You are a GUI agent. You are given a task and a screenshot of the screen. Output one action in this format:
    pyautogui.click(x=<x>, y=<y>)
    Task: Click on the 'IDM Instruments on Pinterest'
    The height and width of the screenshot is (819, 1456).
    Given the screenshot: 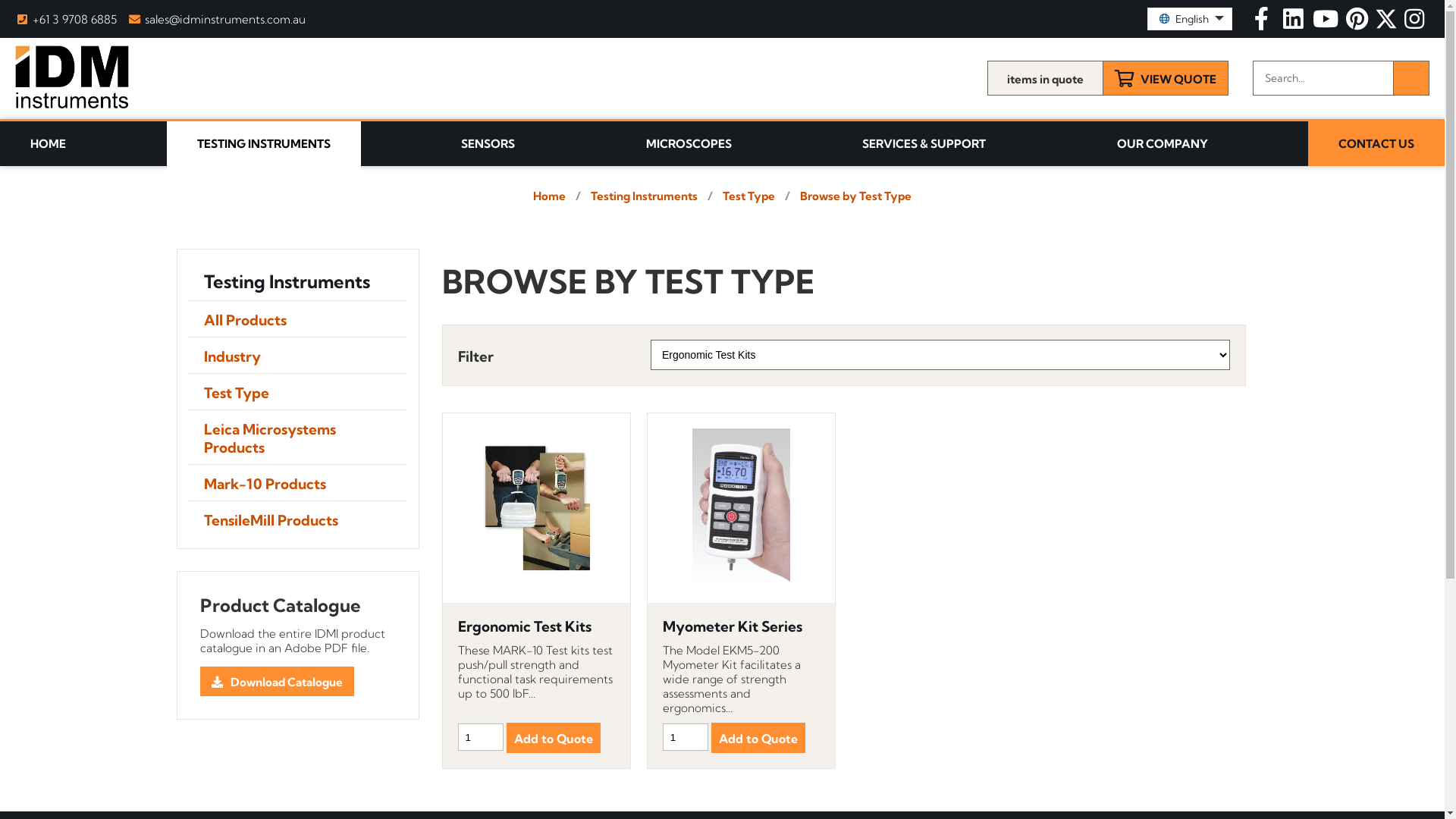 What is the action you would take?
    pyautogui.click(x=1358, y=23)
    